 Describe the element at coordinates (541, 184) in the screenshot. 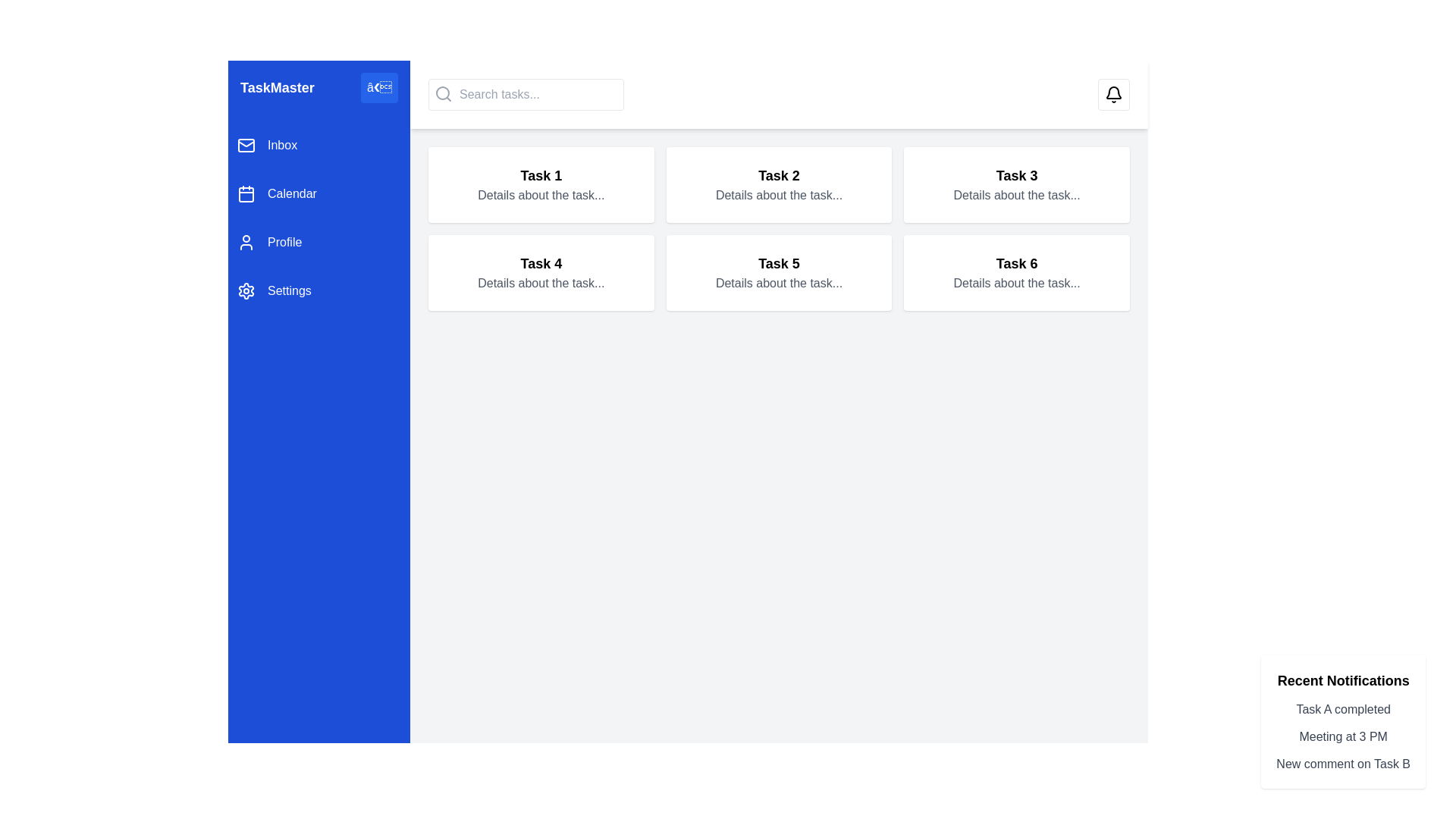

I see `the first task card, which has a white background, rounded corners, and contains the text 'Task 1' at the top` at that location.